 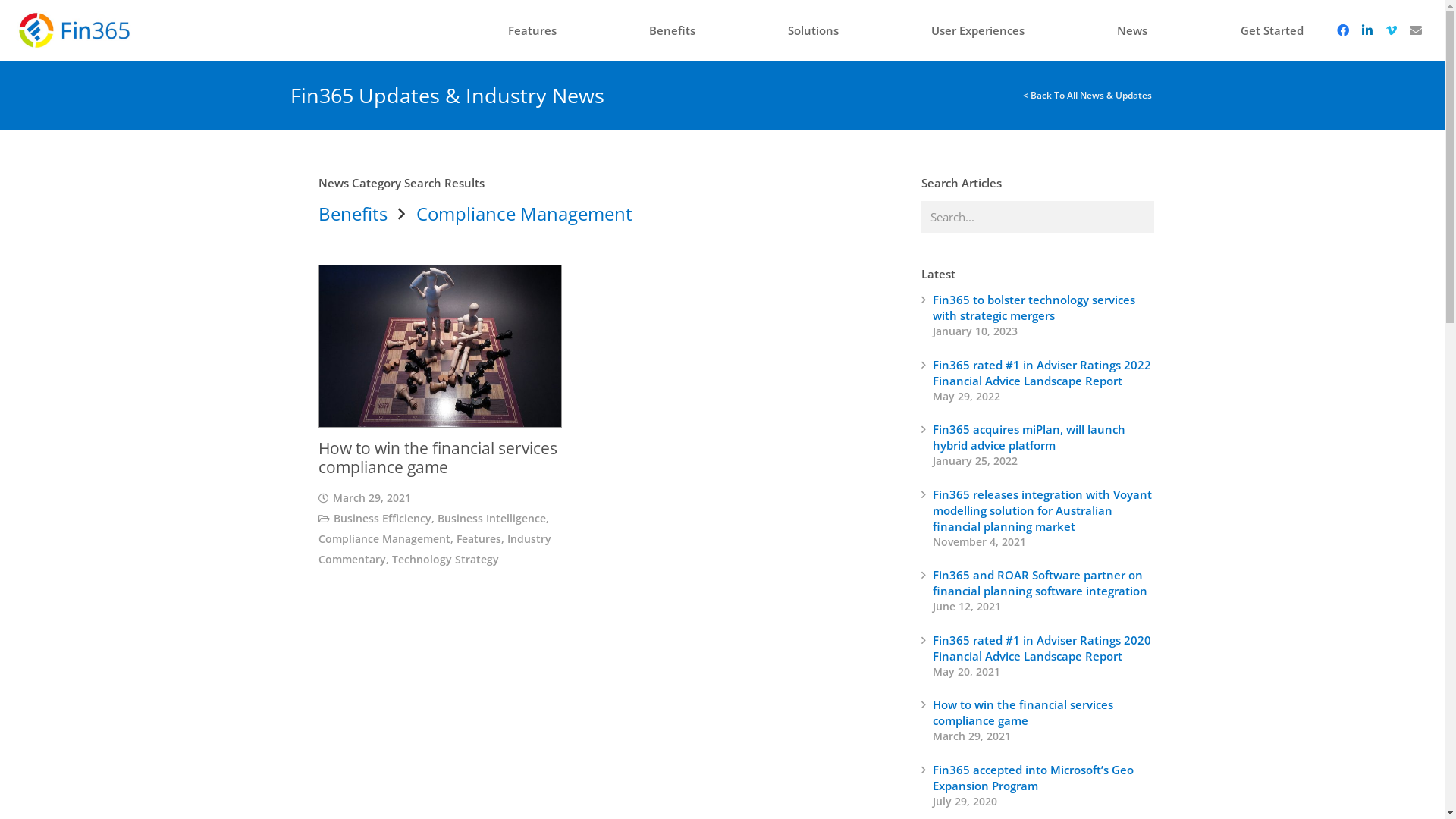 I want to click on 'Business Intelligence', so click(x=491, y=517).